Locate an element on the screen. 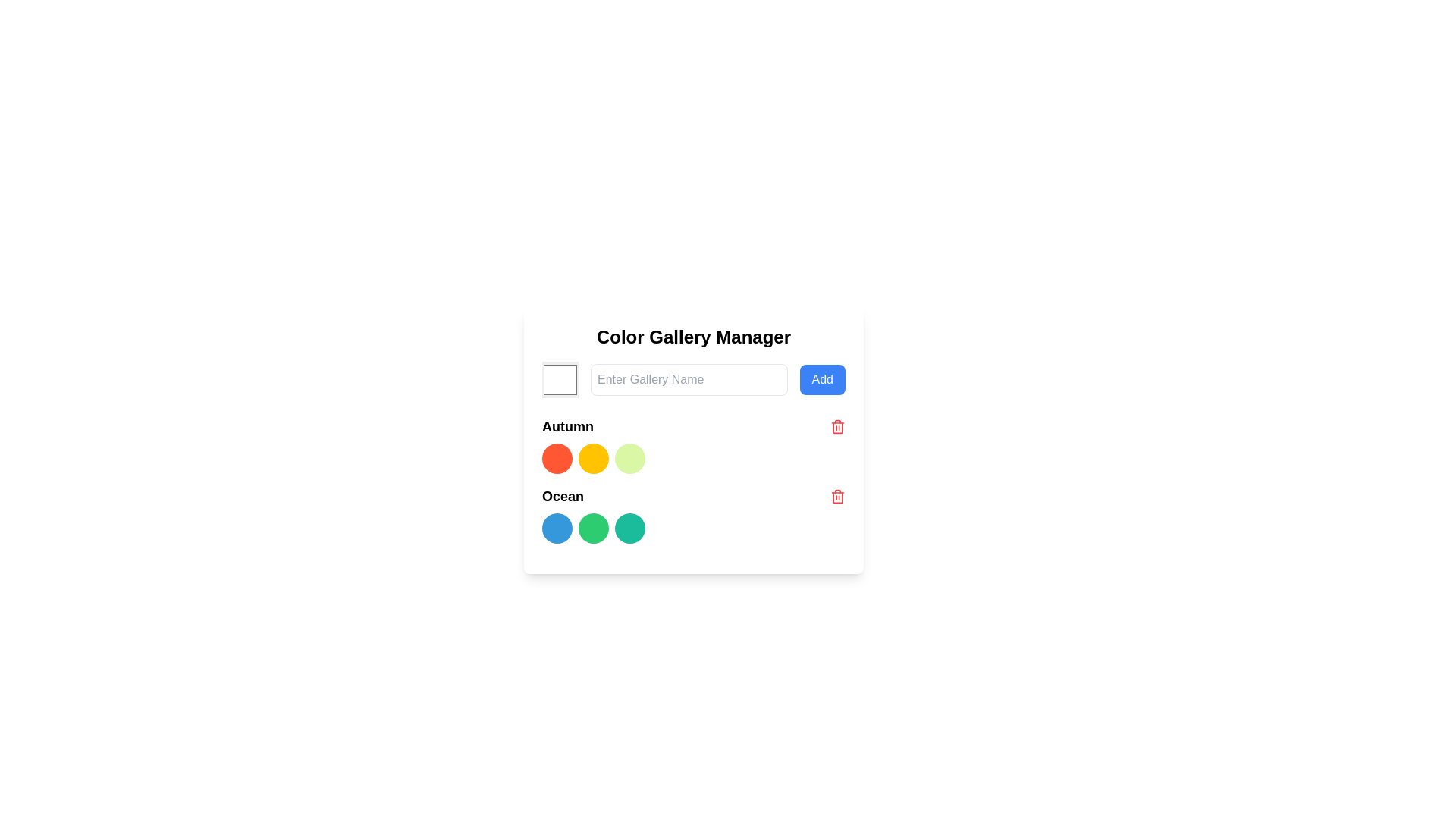 This screenshot has width=1456, height=819. the text label located at the top-left of a group of elements, next to circular colored indicators and a trash icon is located at coordinates (566, 427).